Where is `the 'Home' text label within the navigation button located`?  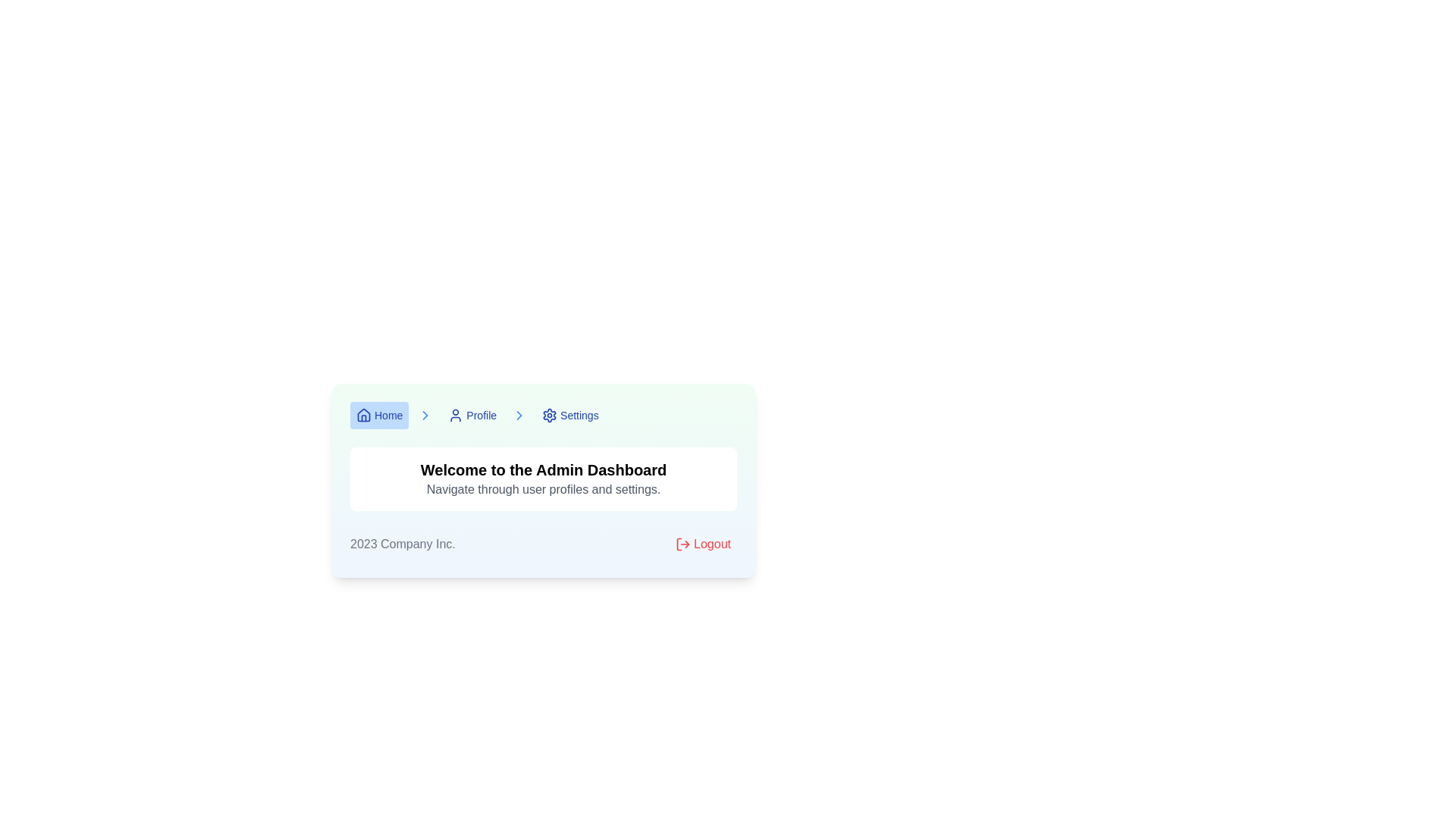 the 'Home' text label within the navigation button located is located at coordinates (388, 415).